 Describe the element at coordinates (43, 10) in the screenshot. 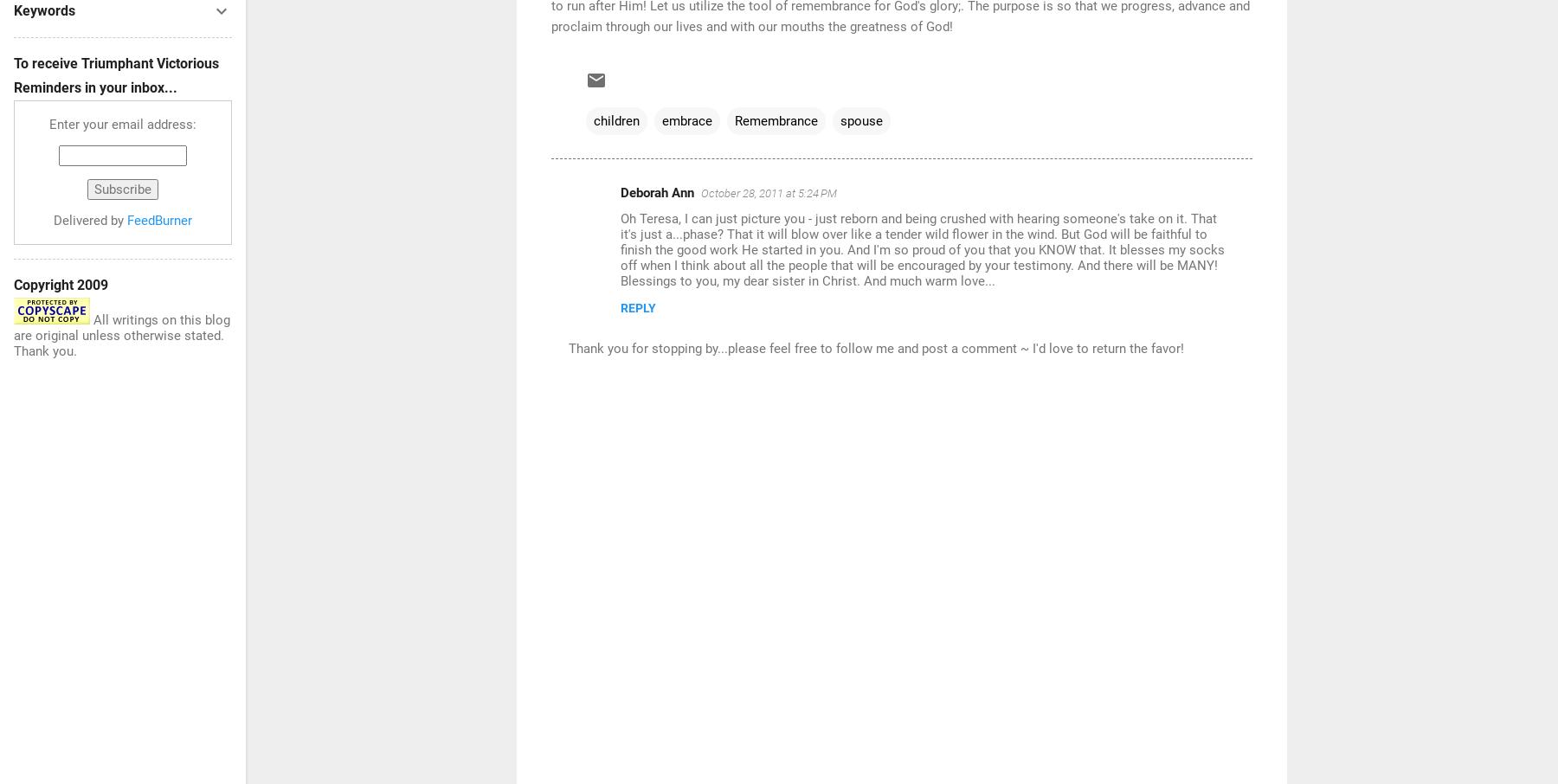

I see `'Keywords'` at that location.